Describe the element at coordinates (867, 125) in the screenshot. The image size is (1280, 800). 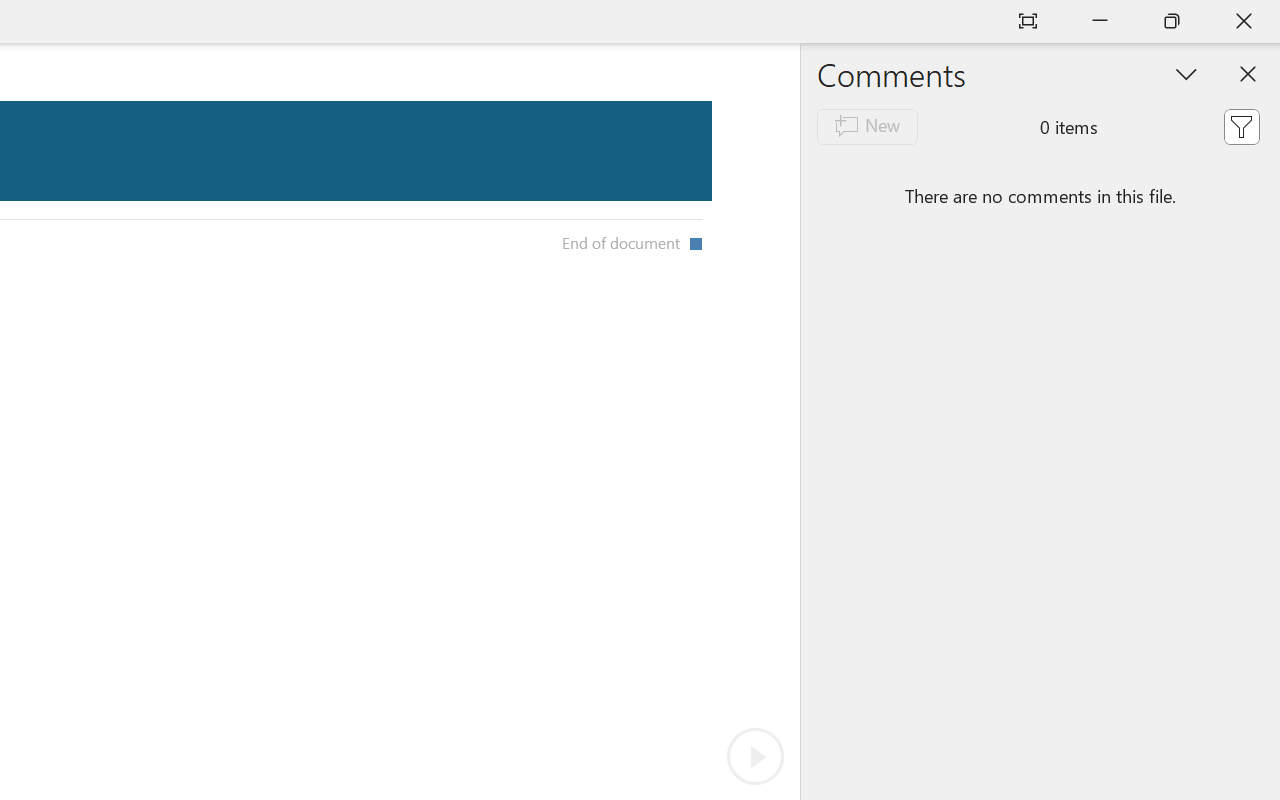
I see `'New comment'` at that location.